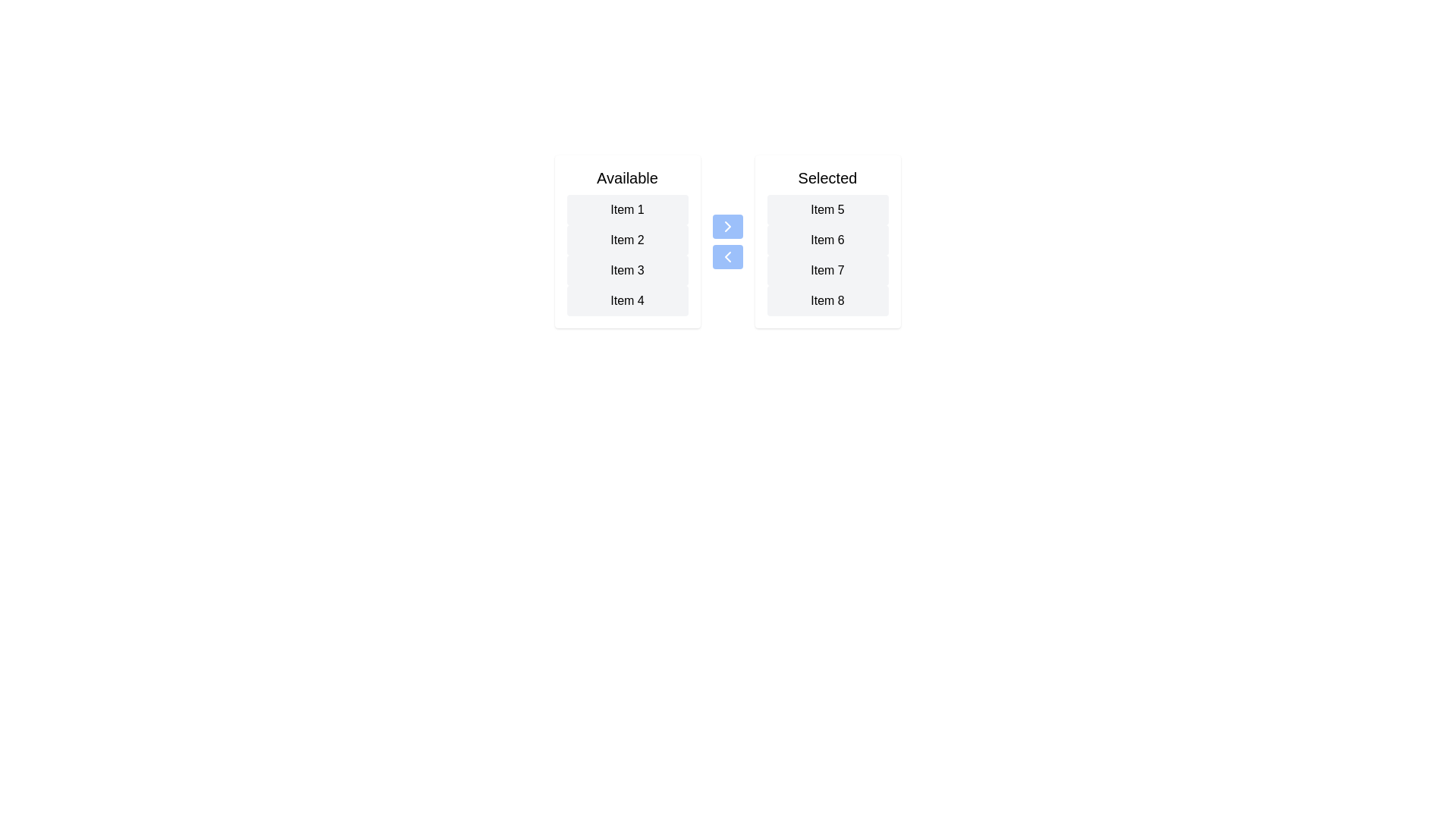 Image resolution: width=1456 pixels, height=819 pixels. I want to click on the Chevron navigation arrow icon located inside the blue button between the 'Available' and 'Selected' panels, so click(726, 256).